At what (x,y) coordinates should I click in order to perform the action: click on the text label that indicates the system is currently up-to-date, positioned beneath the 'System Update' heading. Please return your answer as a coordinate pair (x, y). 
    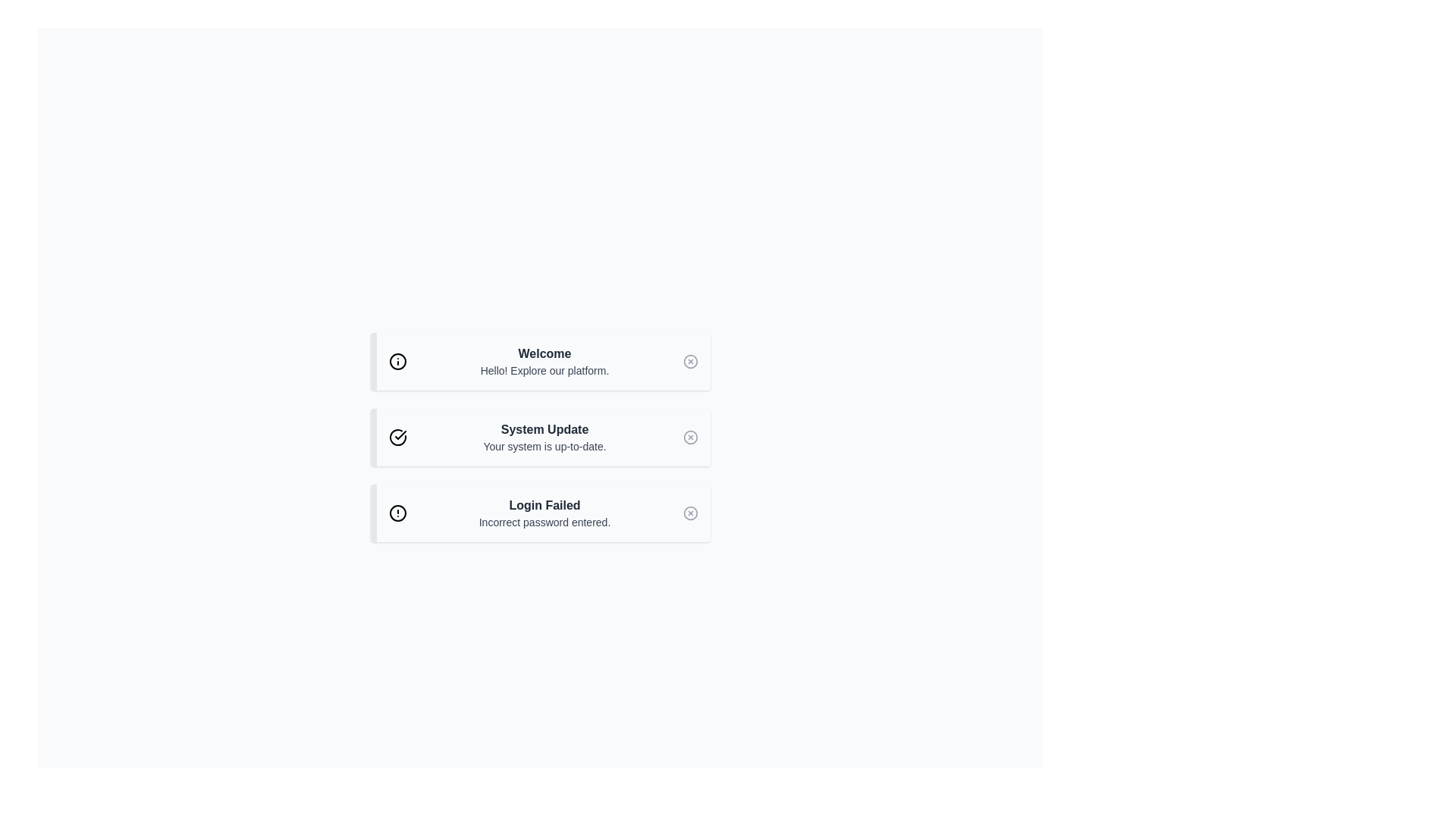
    Looking at the image, I should click on (544, 446).